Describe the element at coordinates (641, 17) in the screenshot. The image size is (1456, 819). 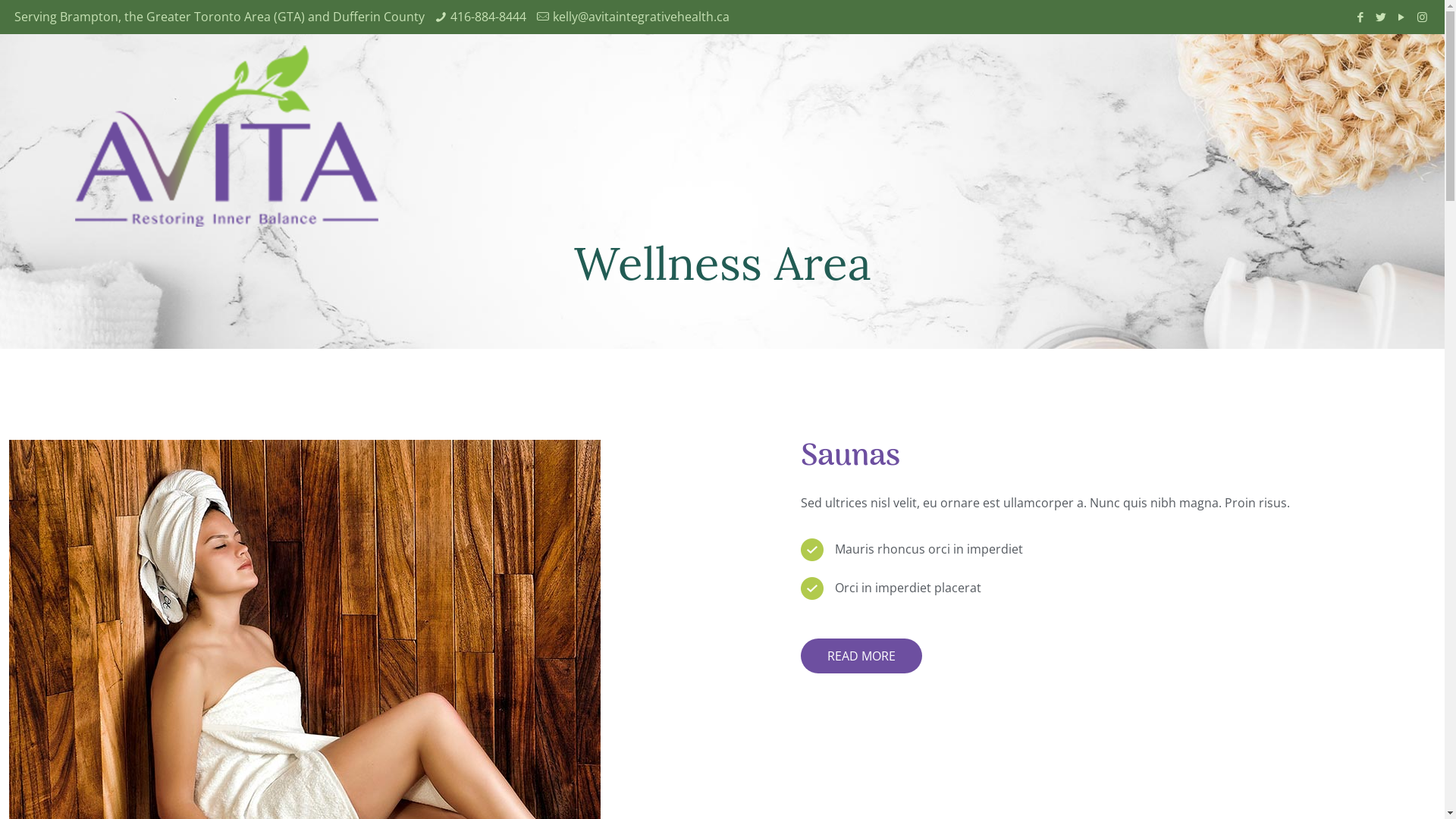
I see `'kelly@avitaintegrativehealth.ca'` at that location.